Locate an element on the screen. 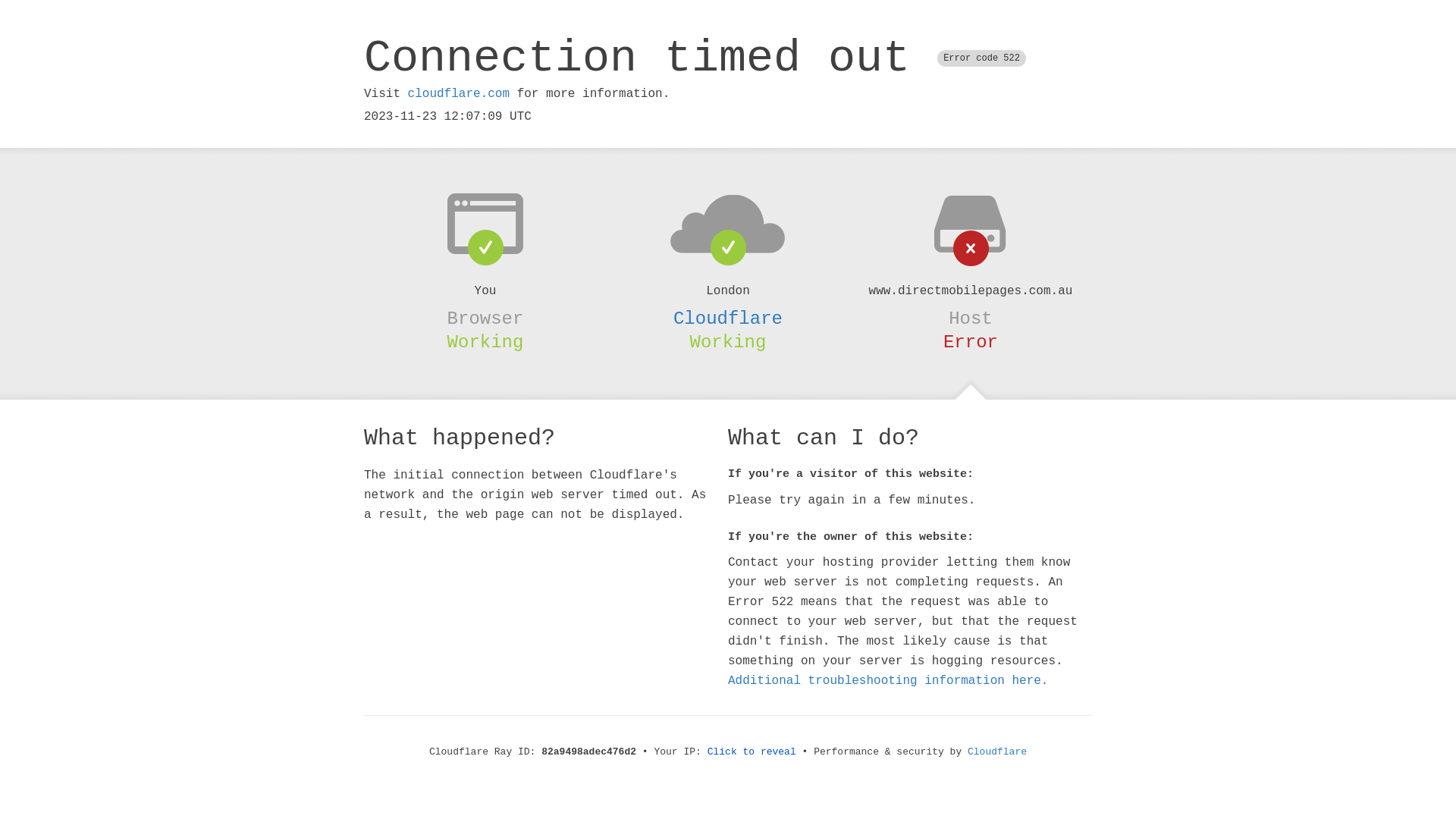 The image size is (1456, 819). 'Additional troubleshooting information here.' is located at coordinates (888, 680).